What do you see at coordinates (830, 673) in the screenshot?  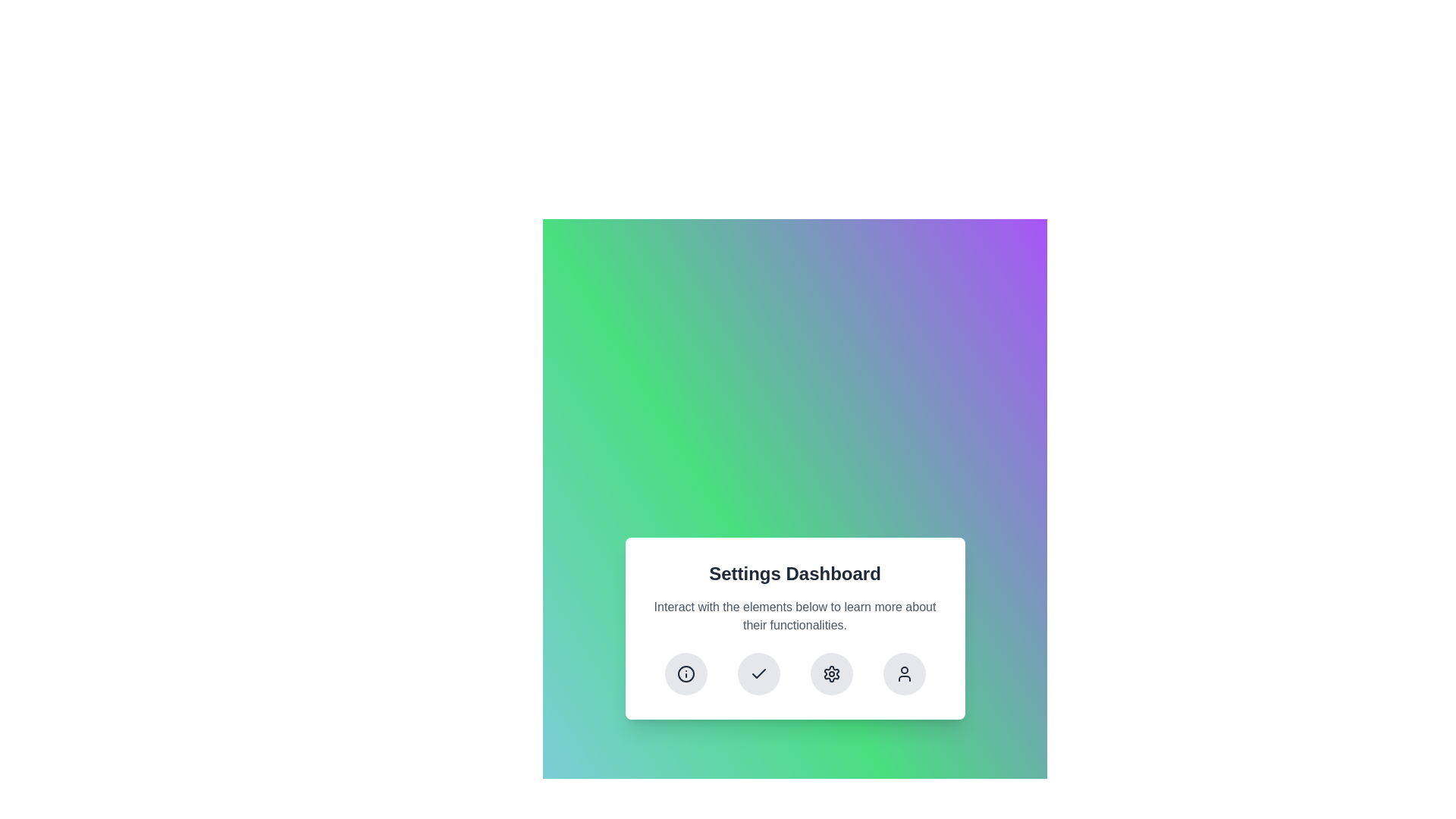 I see `the settings button` at bounding box center [830, 673].